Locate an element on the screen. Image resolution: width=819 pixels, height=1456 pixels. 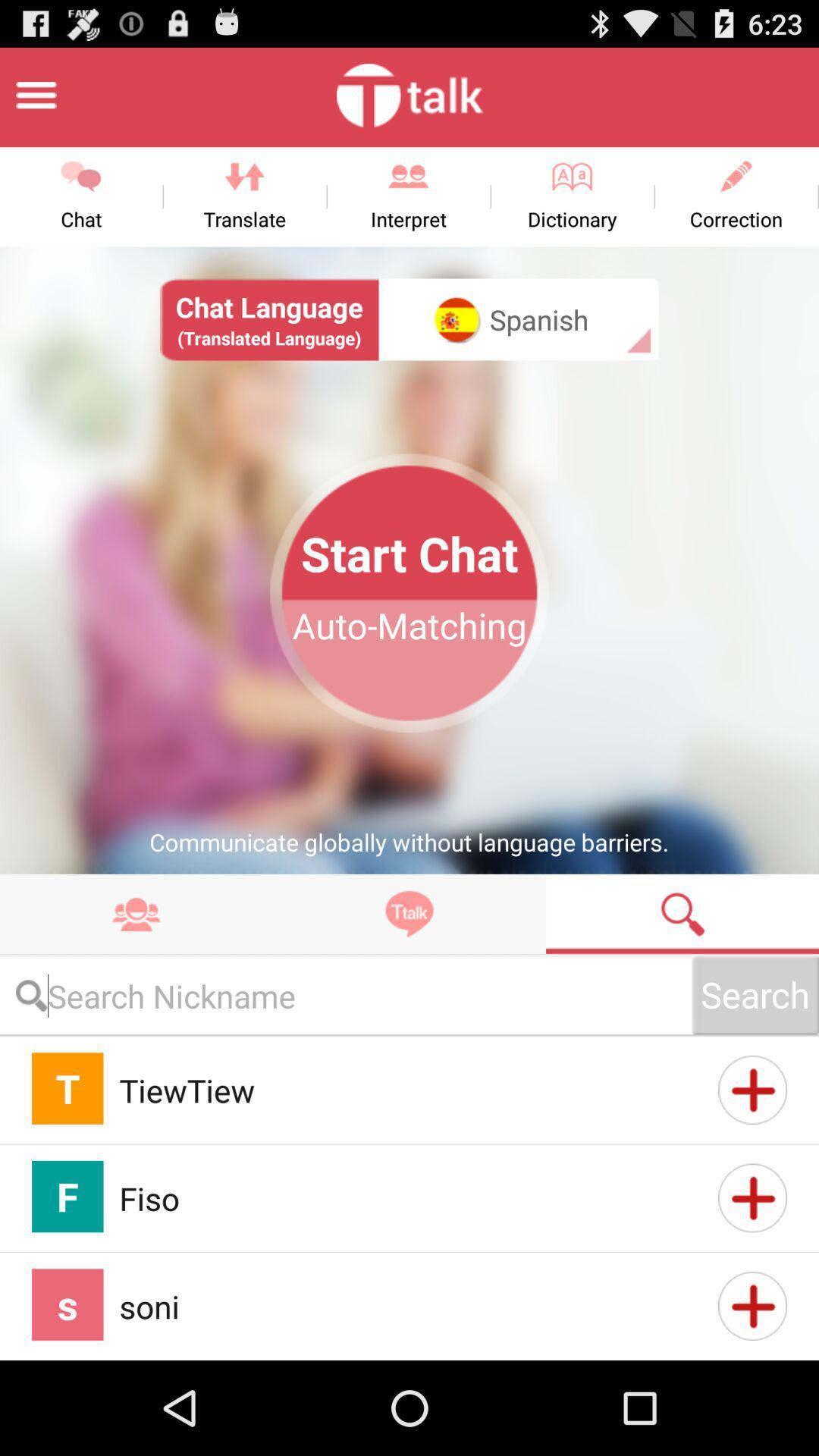
for more information is located at coordinates (752, 1305).